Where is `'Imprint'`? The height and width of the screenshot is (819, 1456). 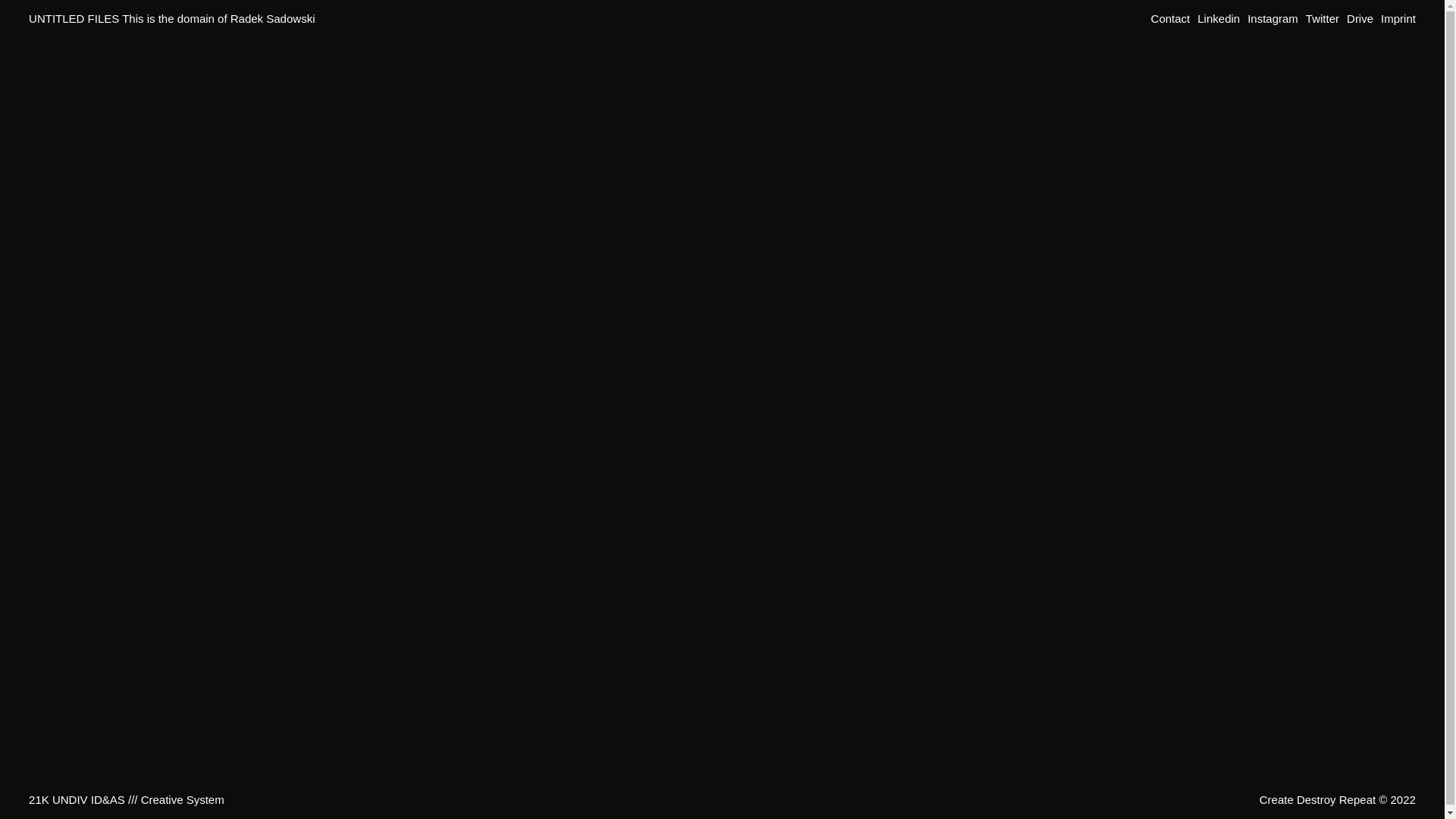
'Imprint' is located at coordinates (1380, 18).